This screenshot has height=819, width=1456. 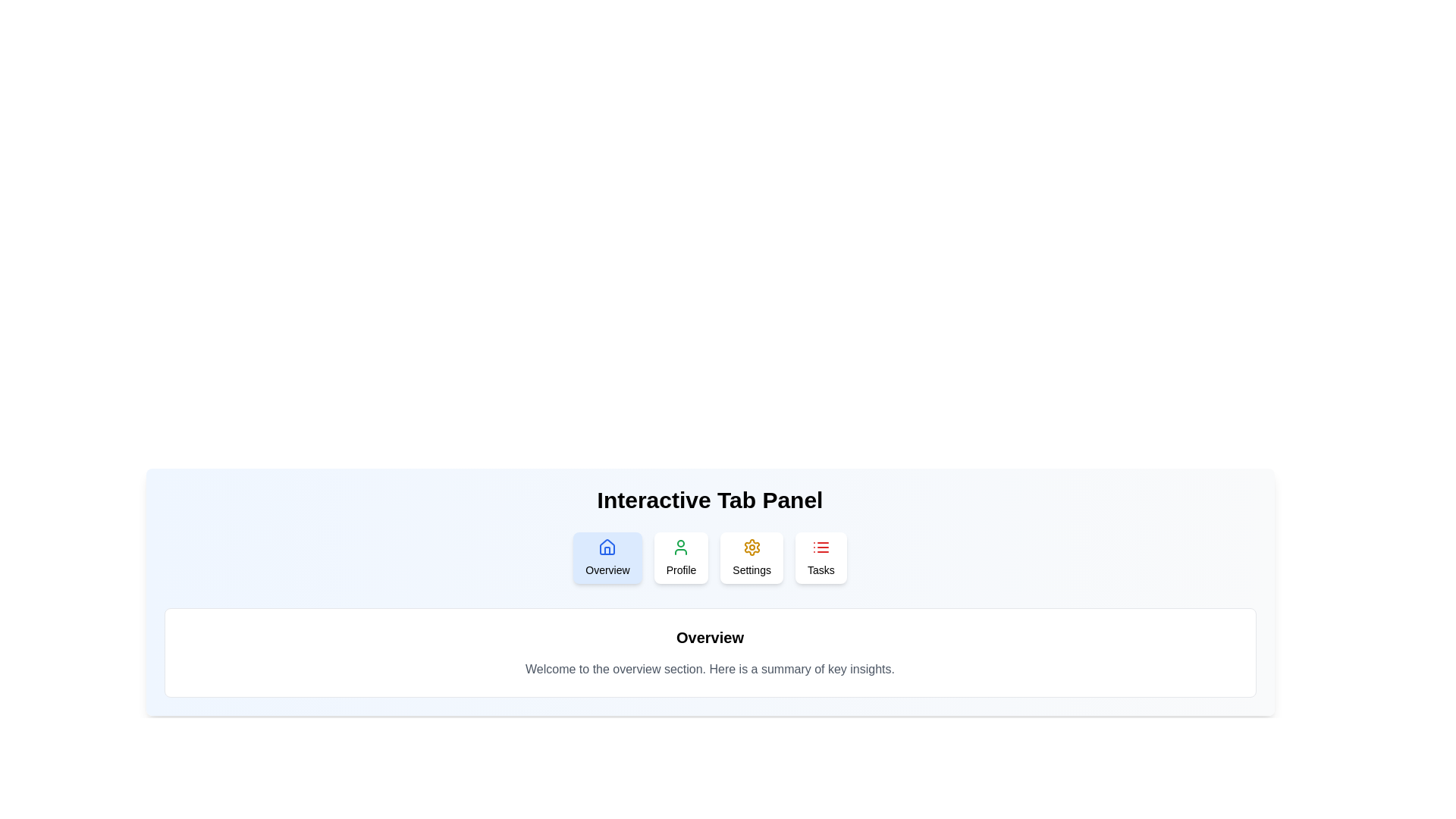 What do you see at coordinates (607, 558) in the screenshot?
I see `the Overview tab to observe the transition and content change` at bounding box center [607, 558].